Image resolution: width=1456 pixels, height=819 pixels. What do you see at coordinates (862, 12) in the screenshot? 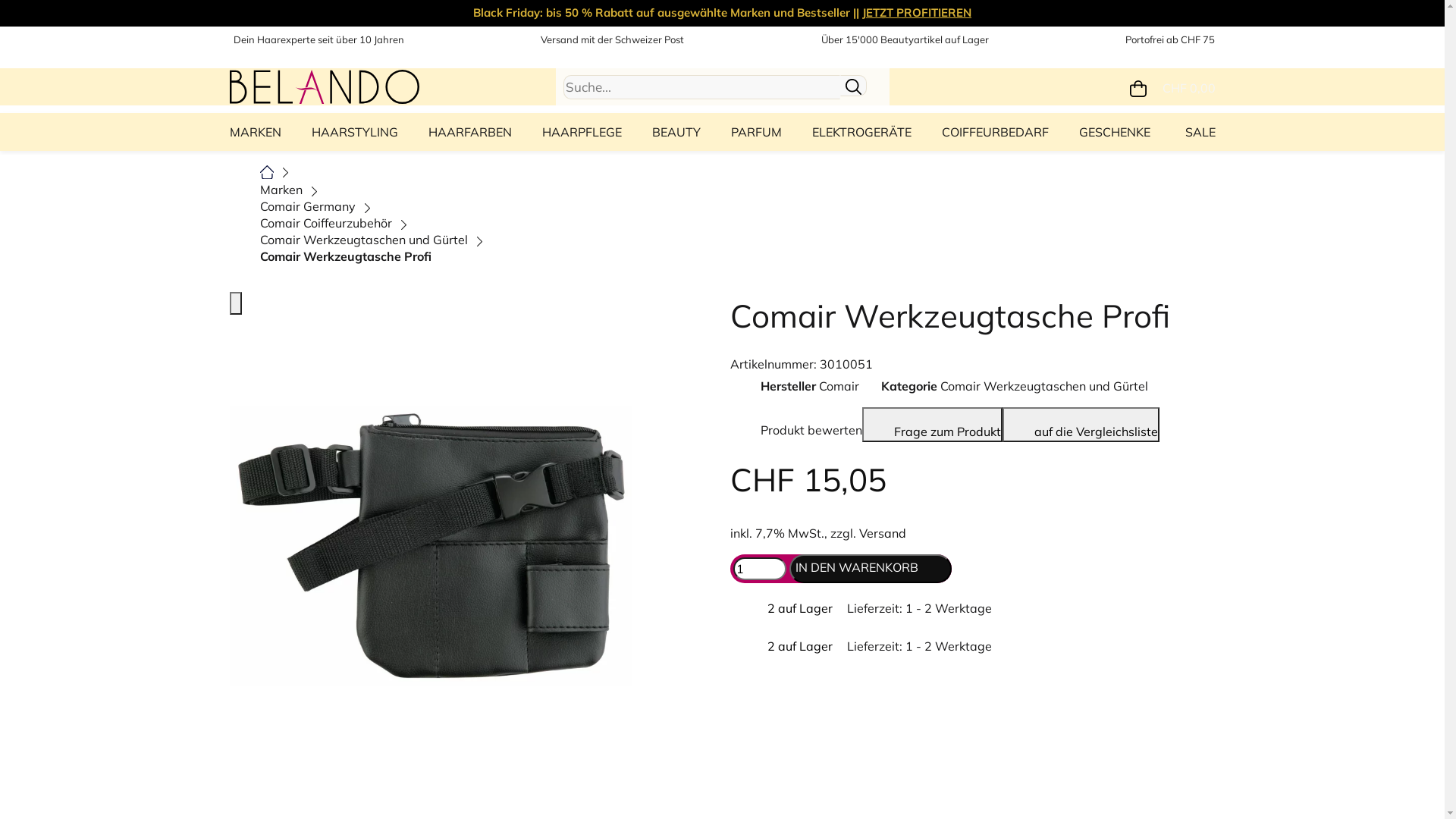
I see `'JETZT PROFITIEREN'` at bounding box center [862, 12].